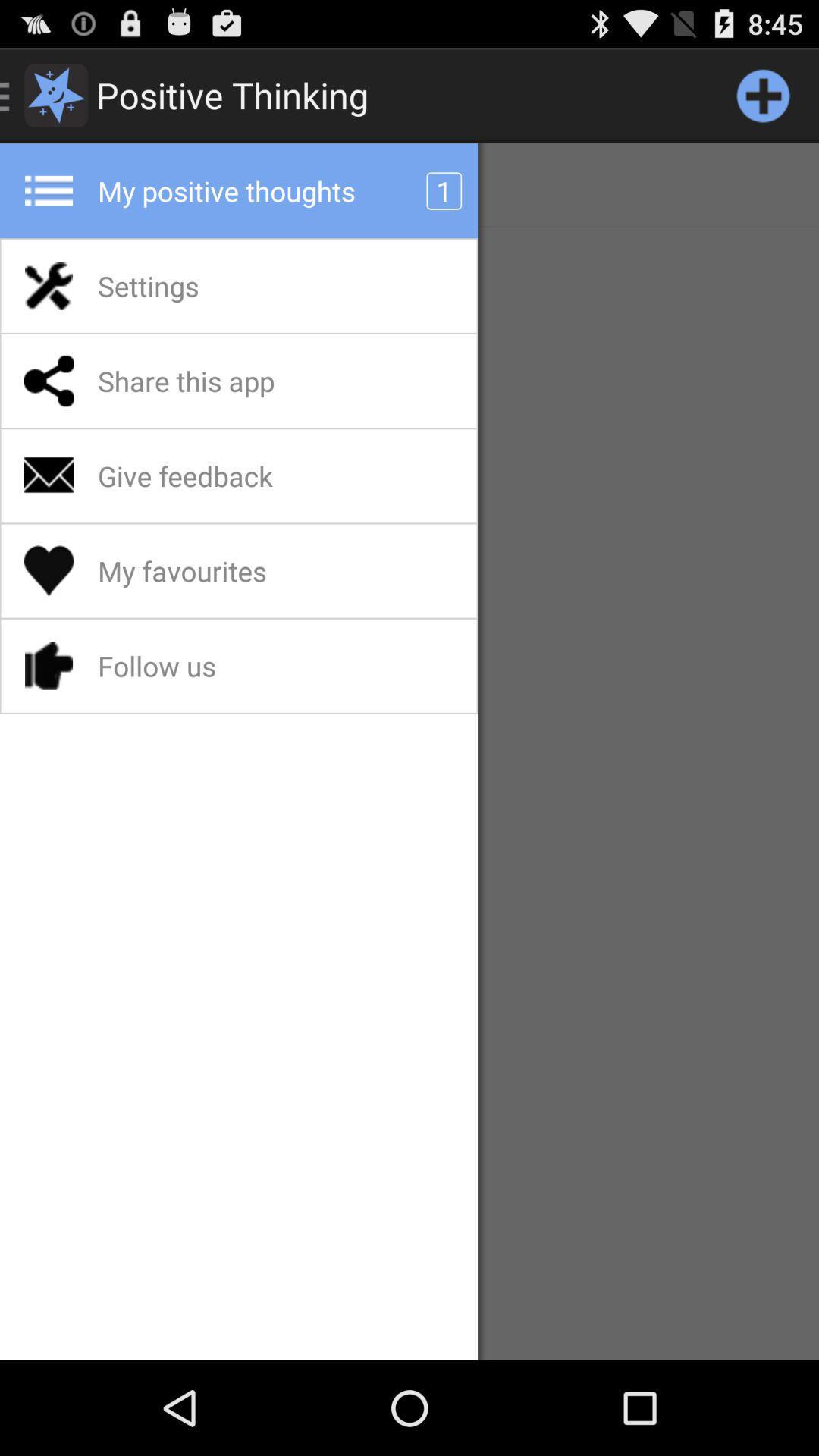  I want to click on my positive thoughts item, so click(265, 190).